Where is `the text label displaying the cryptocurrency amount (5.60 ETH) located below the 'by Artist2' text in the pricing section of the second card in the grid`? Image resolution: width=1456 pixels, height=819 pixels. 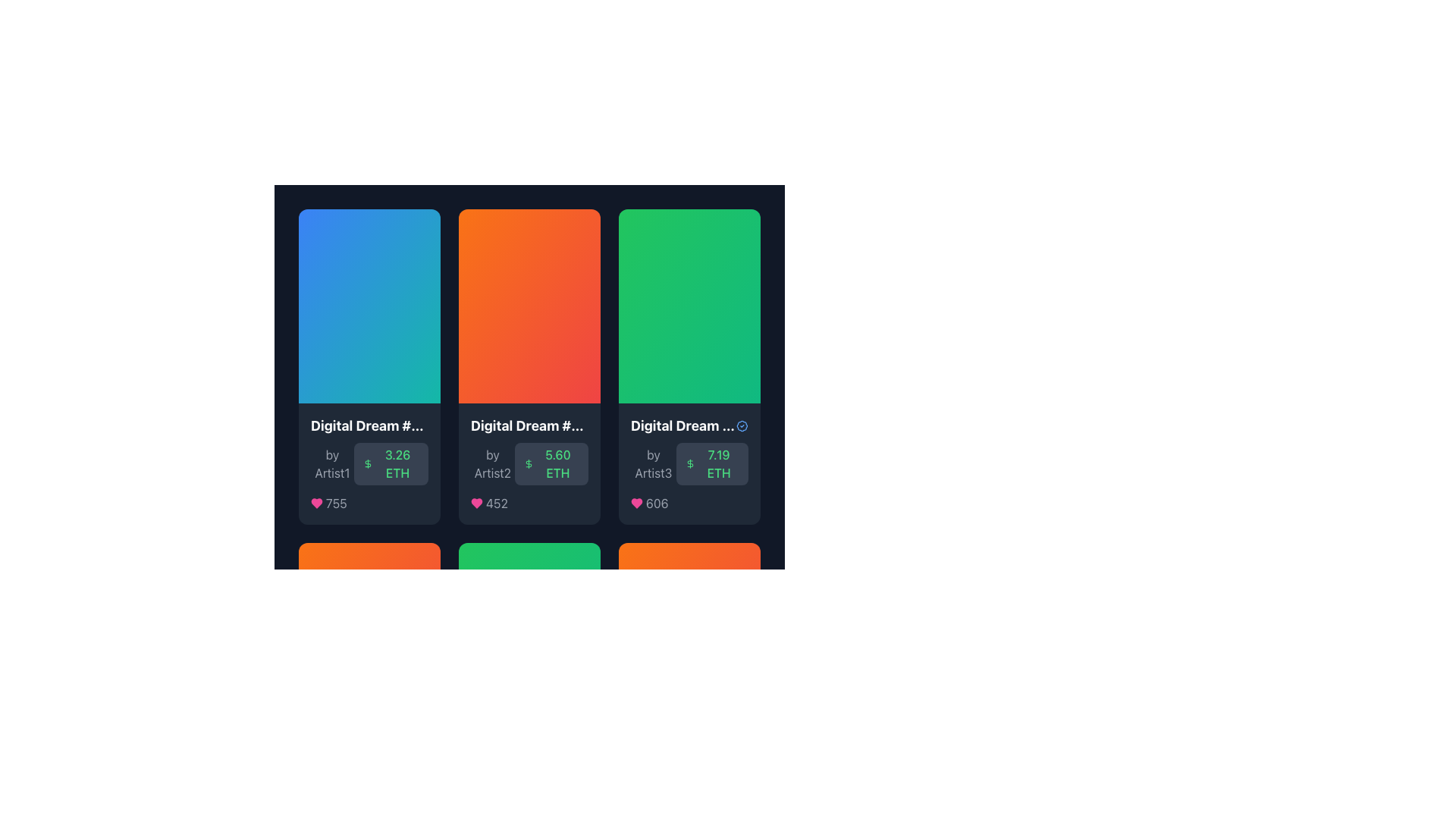 the text label displaying the cryptocurrency amount (5.60 ETH) located below the 'by Artist2' text in the pricing section of the second card in the grid is located at coordinates (551, 463).